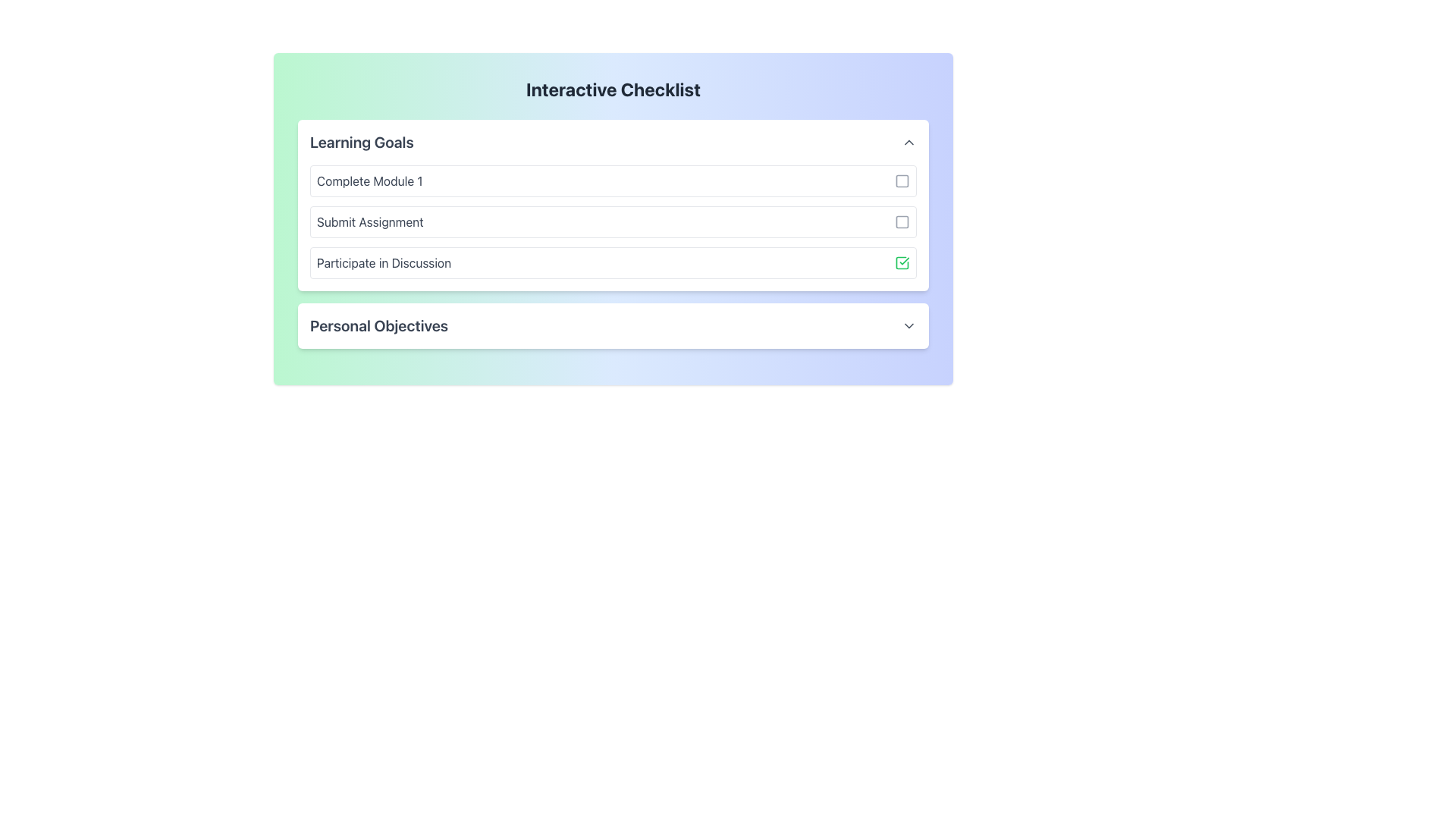 Image resolution: width=1456 pixels, height=819 pixels. I want to click on the checkbox icon located at the far-right end of the row labeled 'Complete Module 1', so click(902, 180).